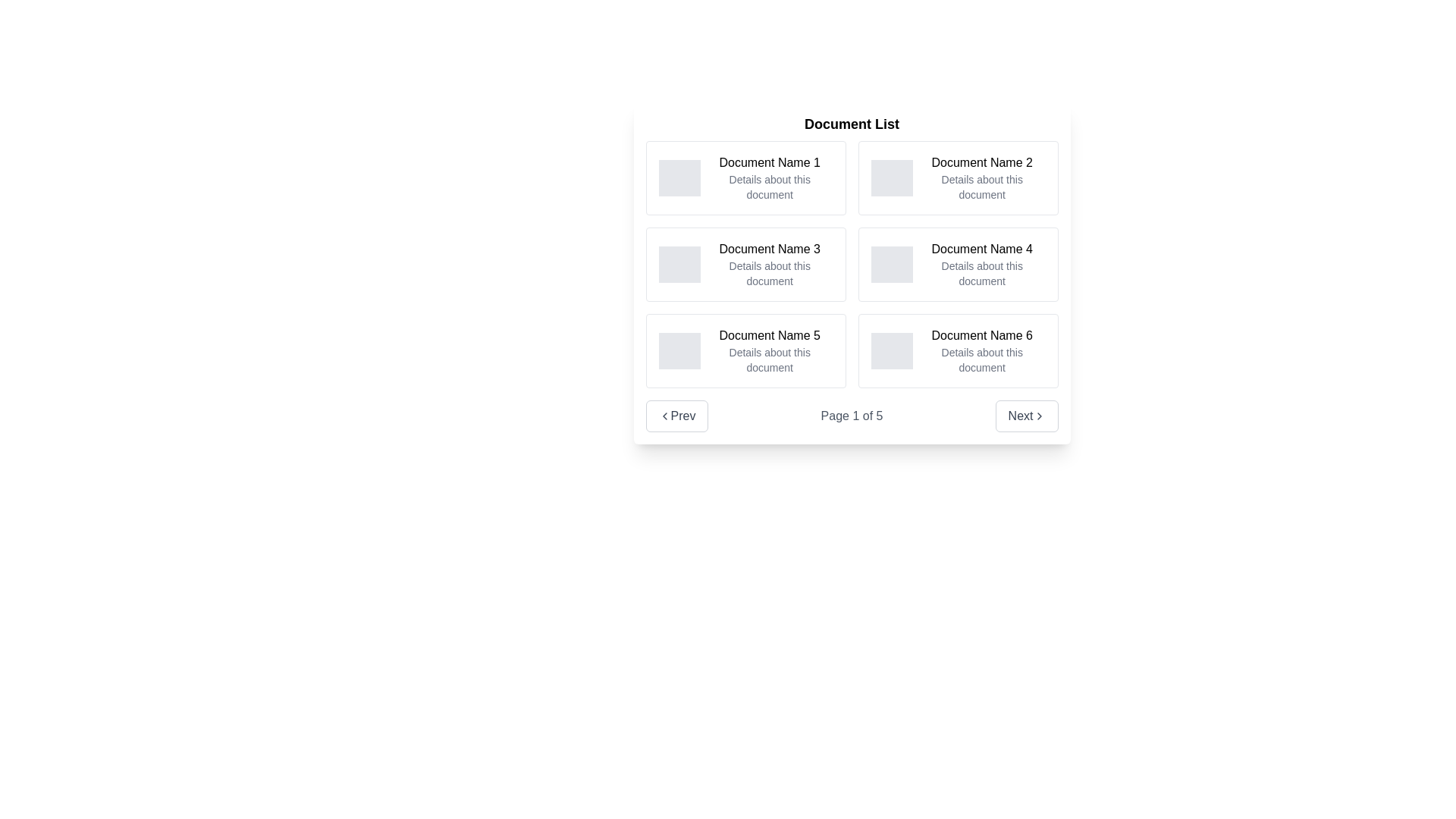 Image resolution: width=1456 pixels, height=819 pixels. What do you see at coordinates (770, 274) in the screenshot?
I see `the text label displaying 'Details about this document', which is located directly beneath 'Document Name 3' in the grid layout` at bounding box center [770, 274].